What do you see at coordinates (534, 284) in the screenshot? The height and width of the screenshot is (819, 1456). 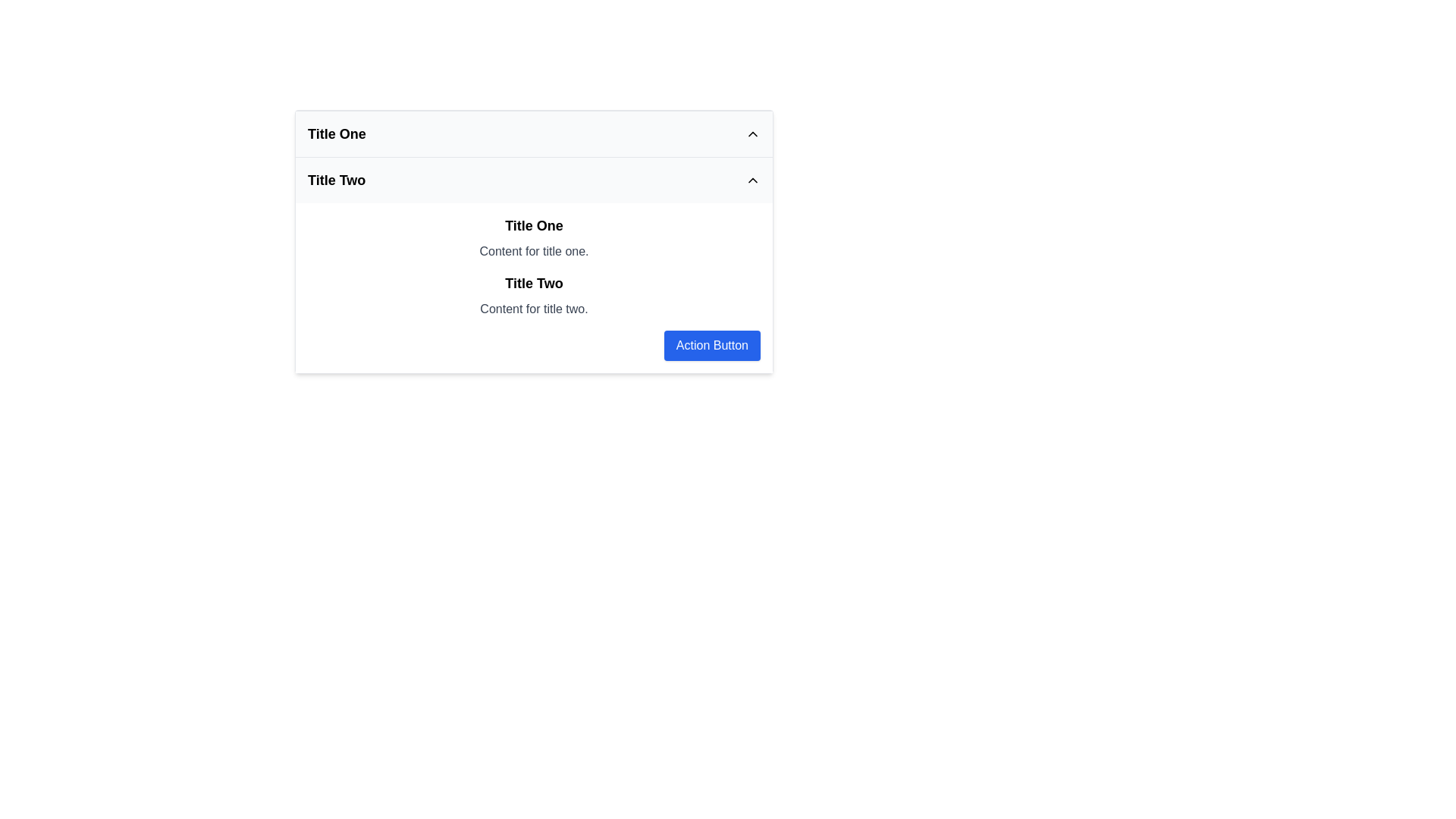 I see `the text element that serves as a header or title for the content section, positioned between 'Title One' and the smaller gray-text description 'Content for title two'` at bounding box center [534, 284].